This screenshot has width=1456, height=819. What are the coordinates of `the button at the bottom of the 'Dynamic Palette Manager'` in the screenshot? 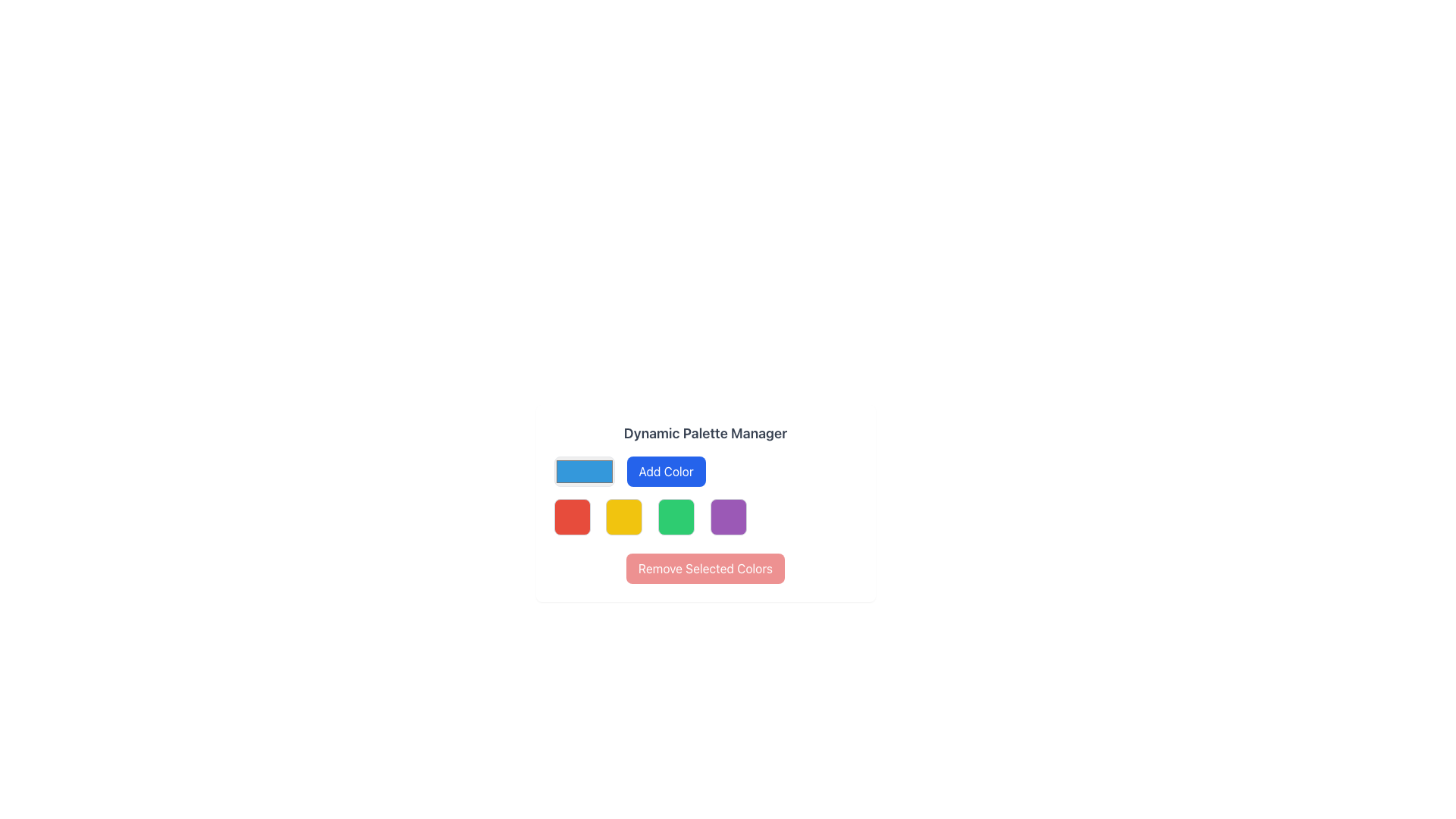 It's located at (704, 568).